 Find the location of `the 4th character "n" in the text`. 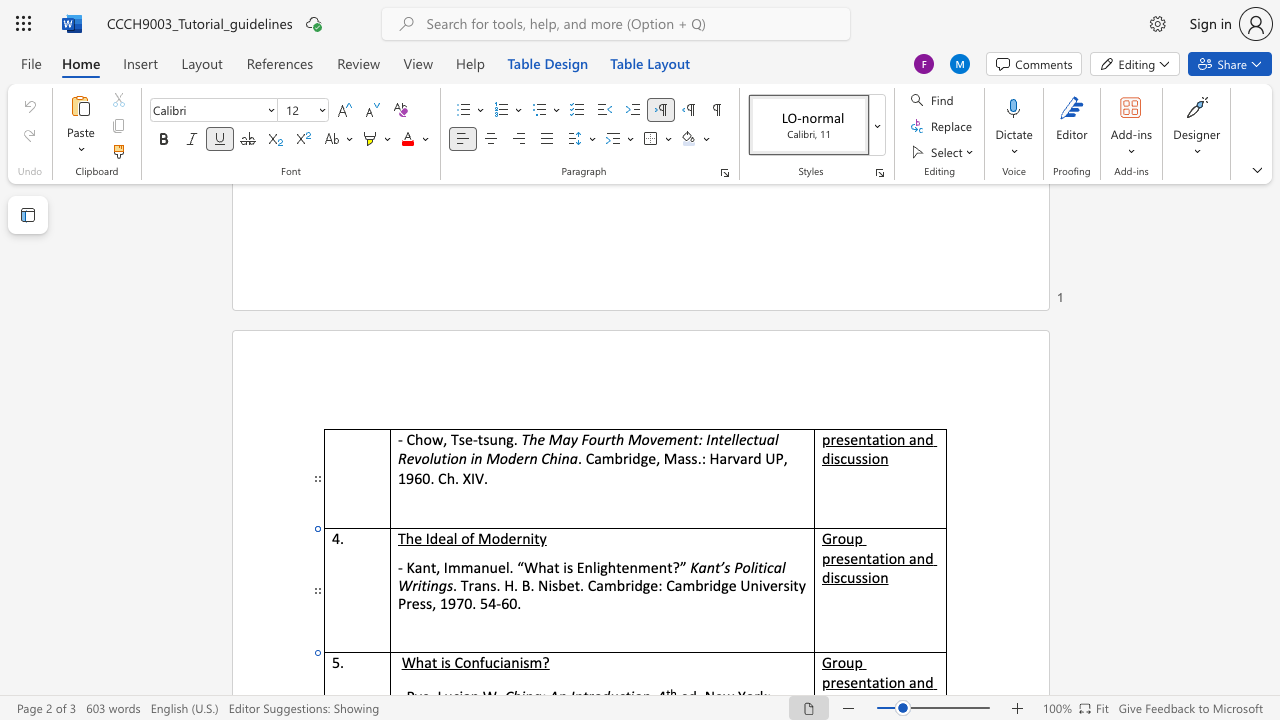

the 4th character "n" in the text is located at coordinates (883, 577).